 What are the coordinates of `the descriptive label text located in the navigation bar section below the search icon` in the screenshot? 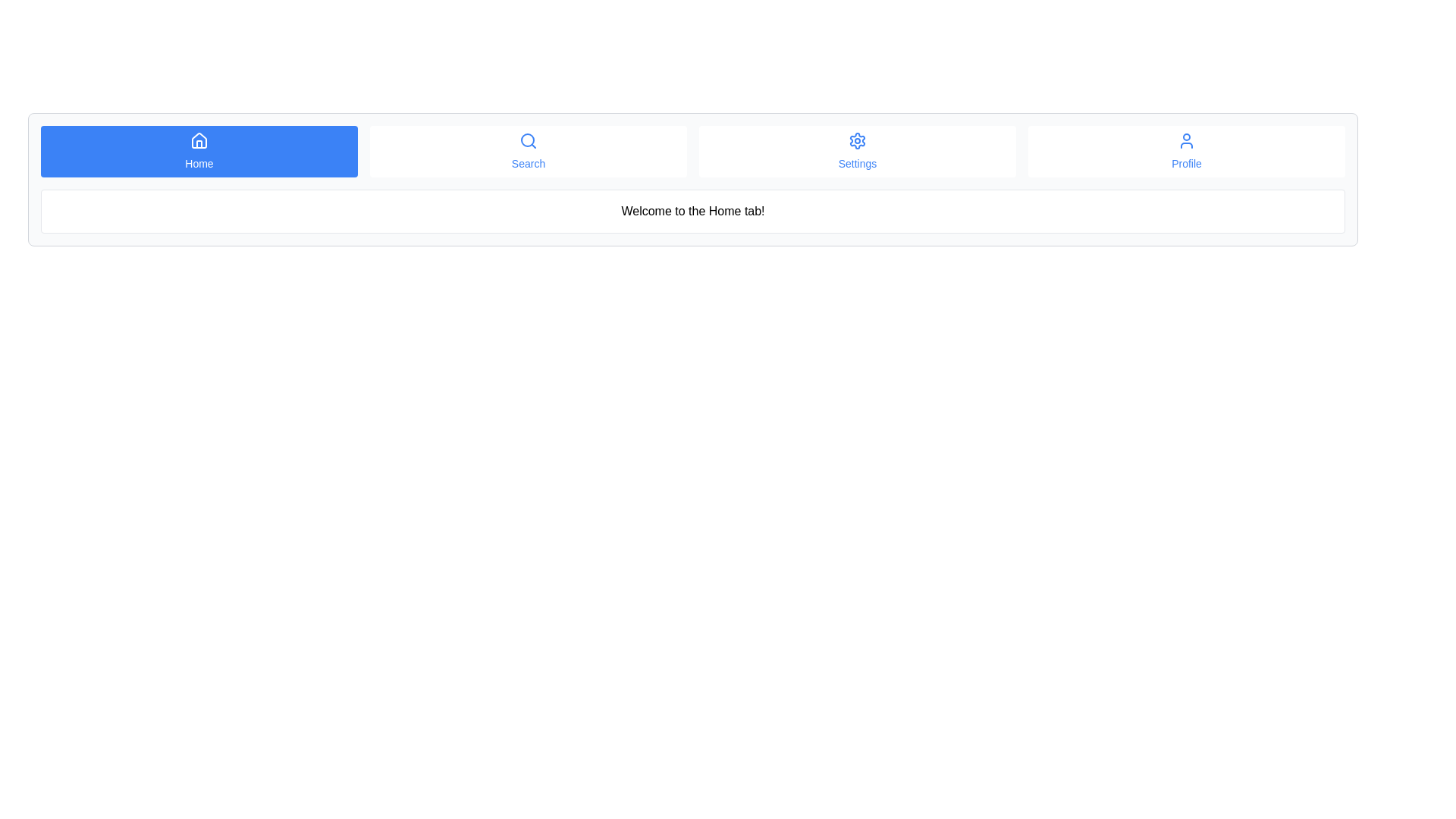 It's located at (528, 164).